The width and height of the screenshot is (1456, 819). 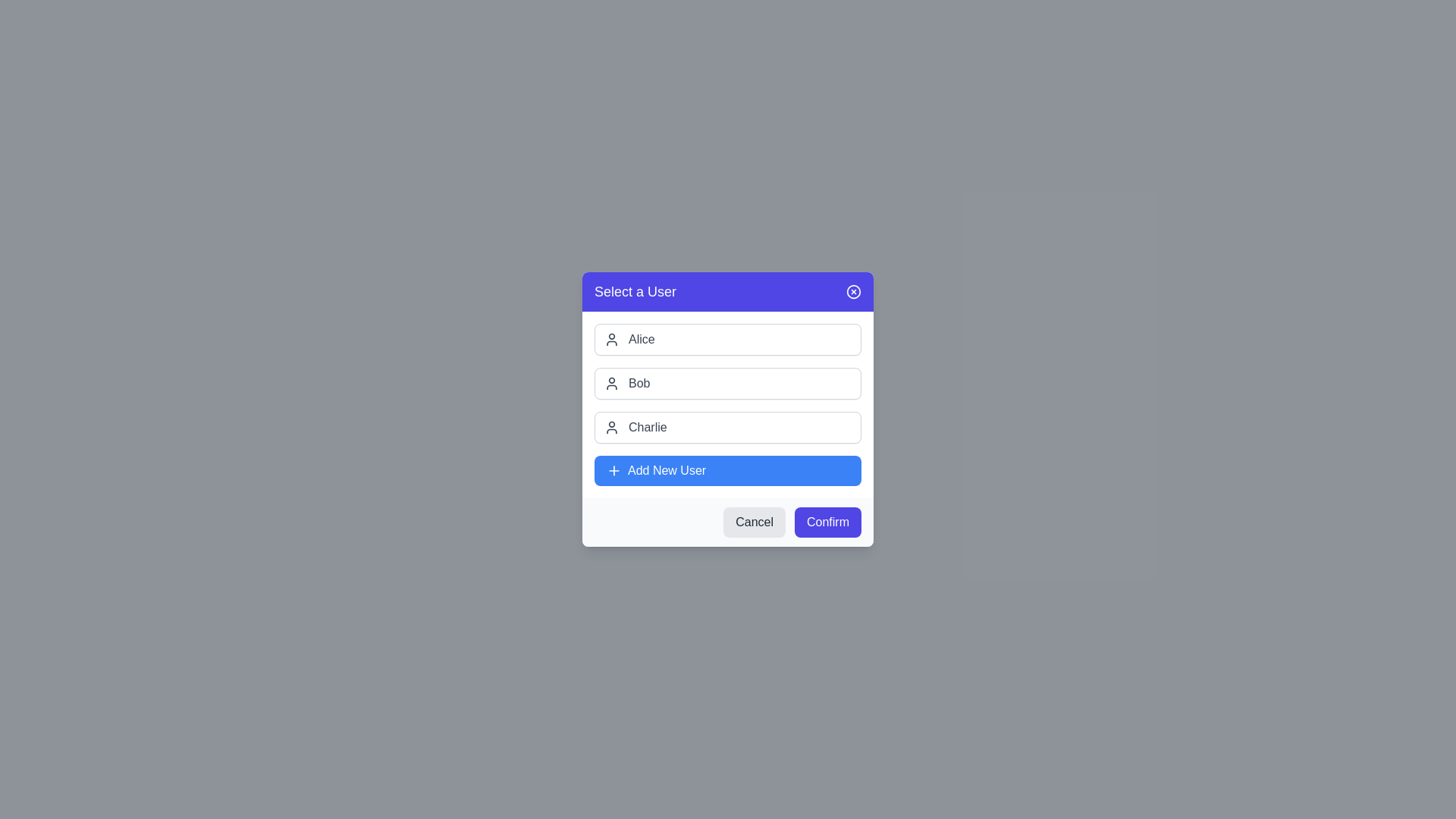 I want to click on the circular outline of the close icon located in the top right corner of the modal dialog, so click(x=854, y=292).